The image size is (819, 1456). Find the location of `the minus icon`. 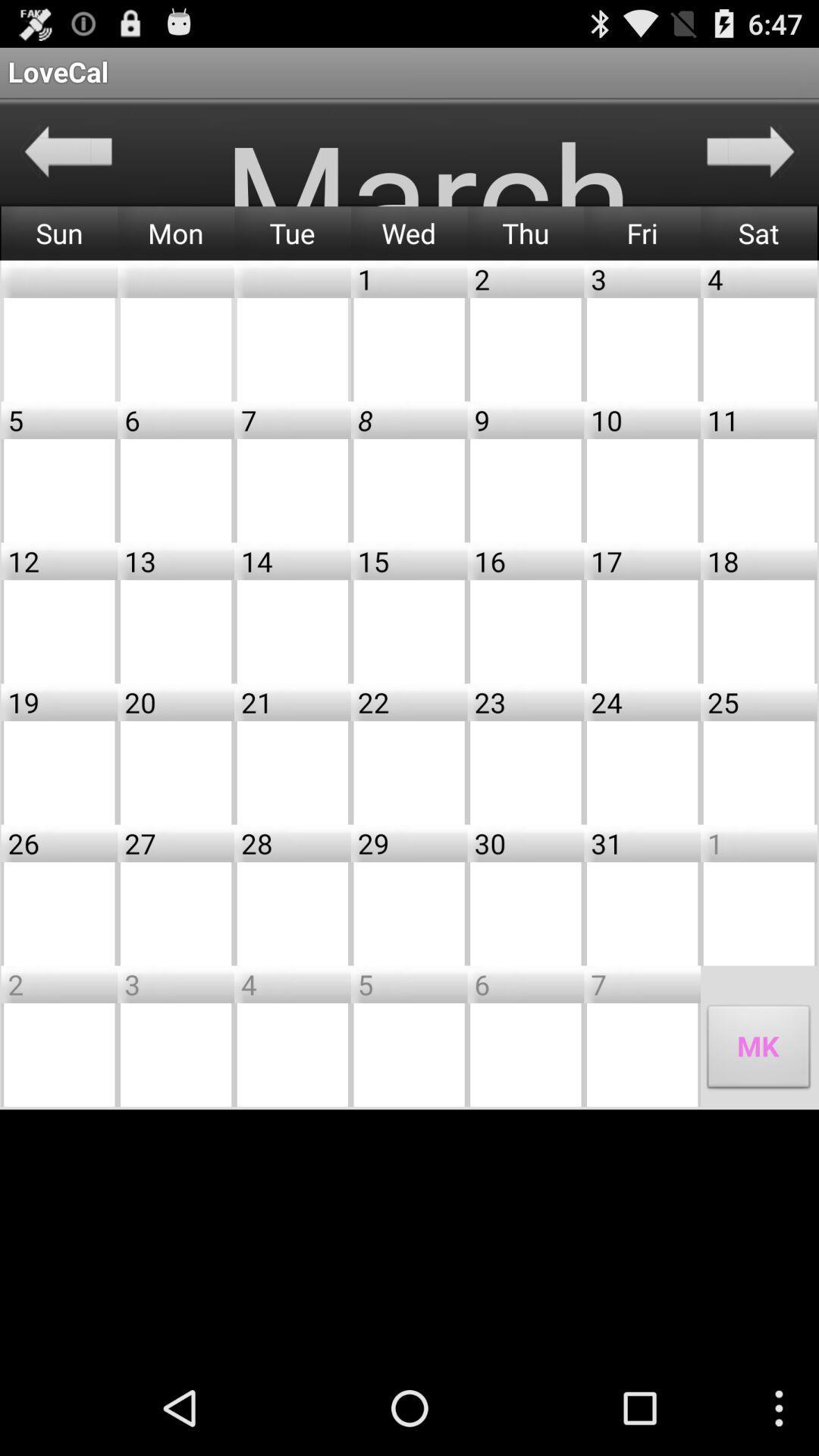

the minus icon is located at coordinates (642, 675).